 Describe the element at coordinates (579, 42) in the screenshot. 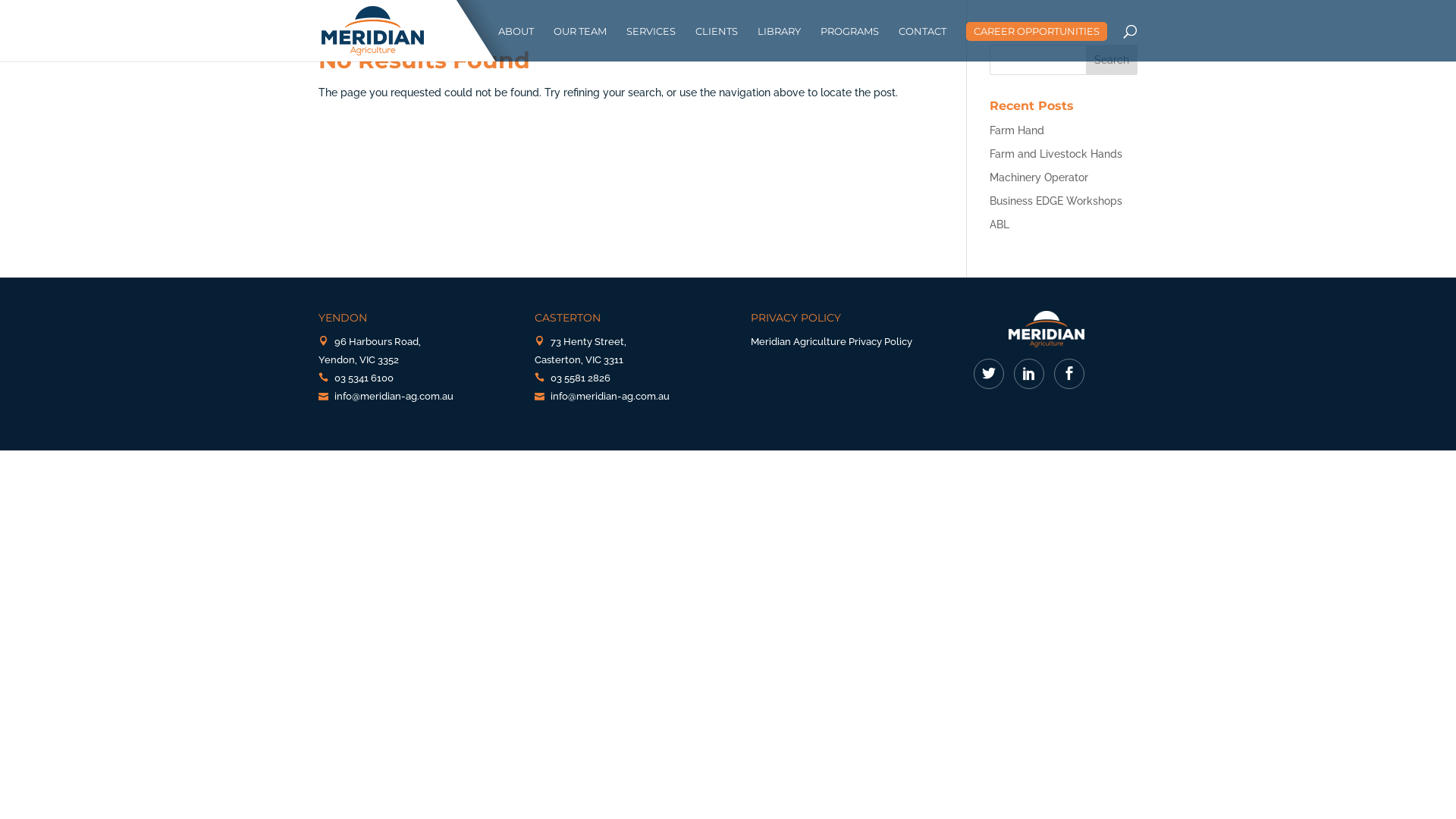

I see `'OUR TEAM'` at that location.